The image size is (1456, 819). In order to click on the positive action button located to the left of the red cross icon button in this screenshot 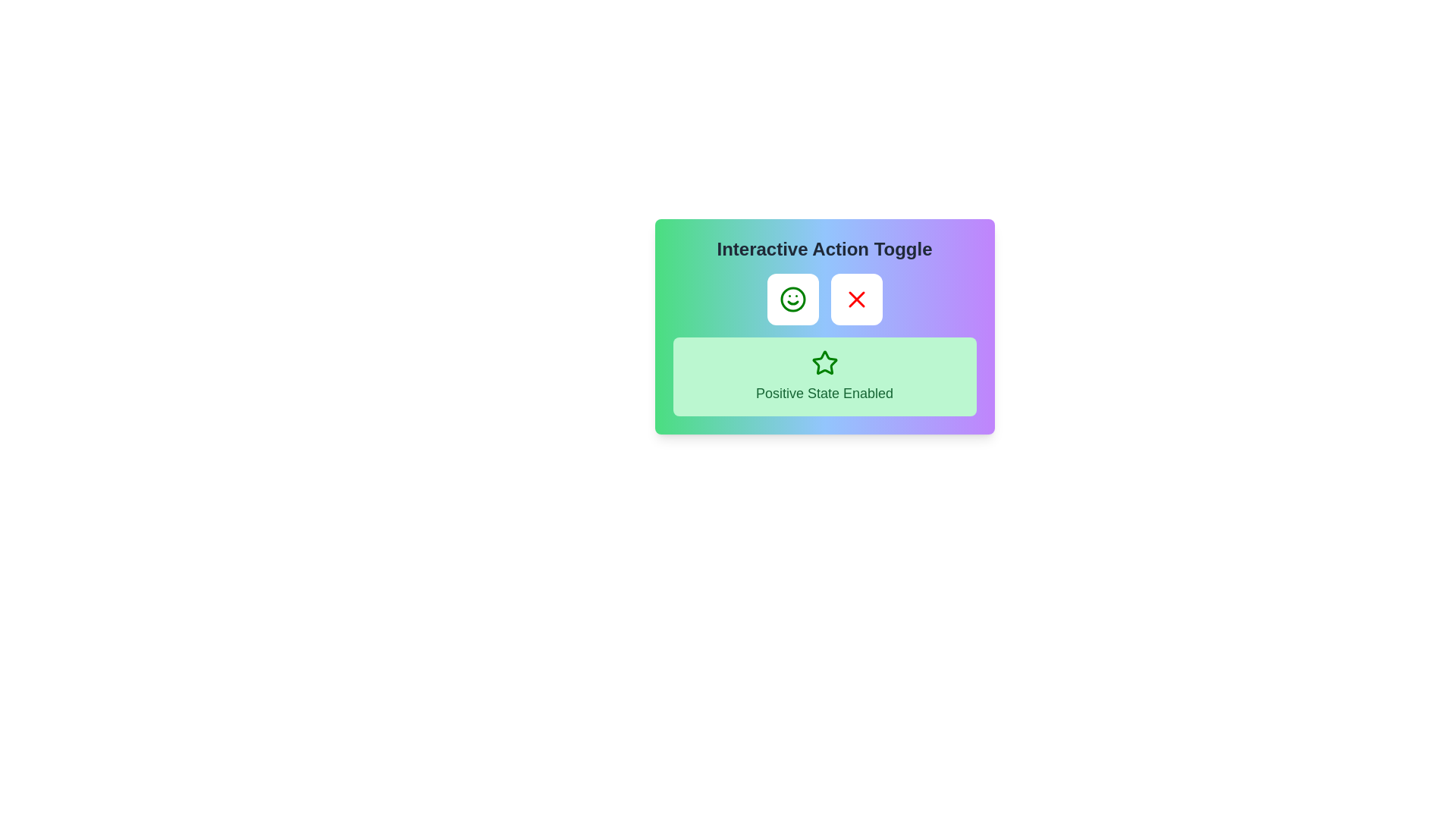, I will do `click(792, 299)`.